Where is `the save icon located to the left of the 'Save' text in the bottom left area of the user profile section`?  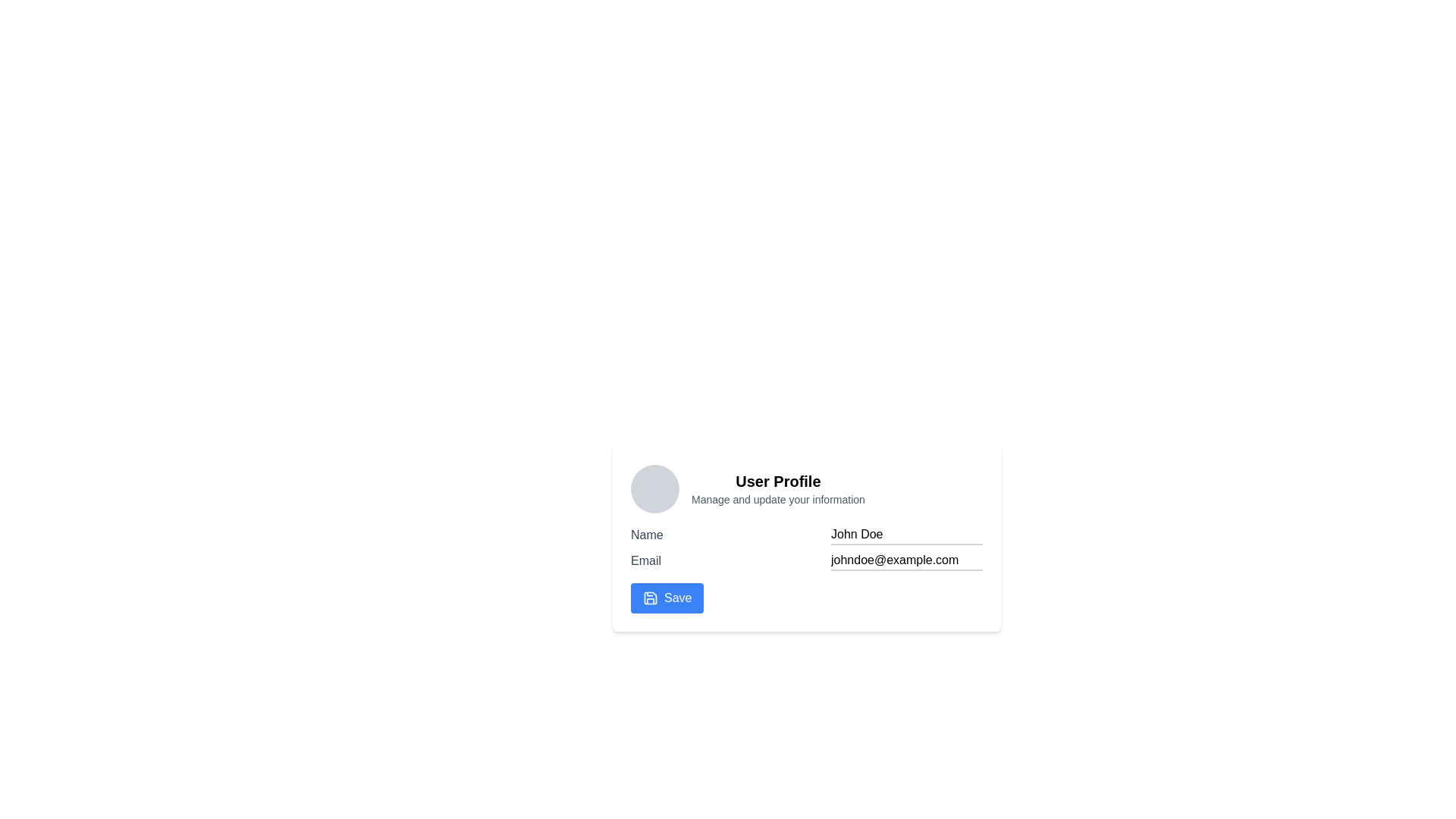
the save icon located to the left of the 'Save' text in the bottom left area of the user profile section is located at coordinates (651, 598).